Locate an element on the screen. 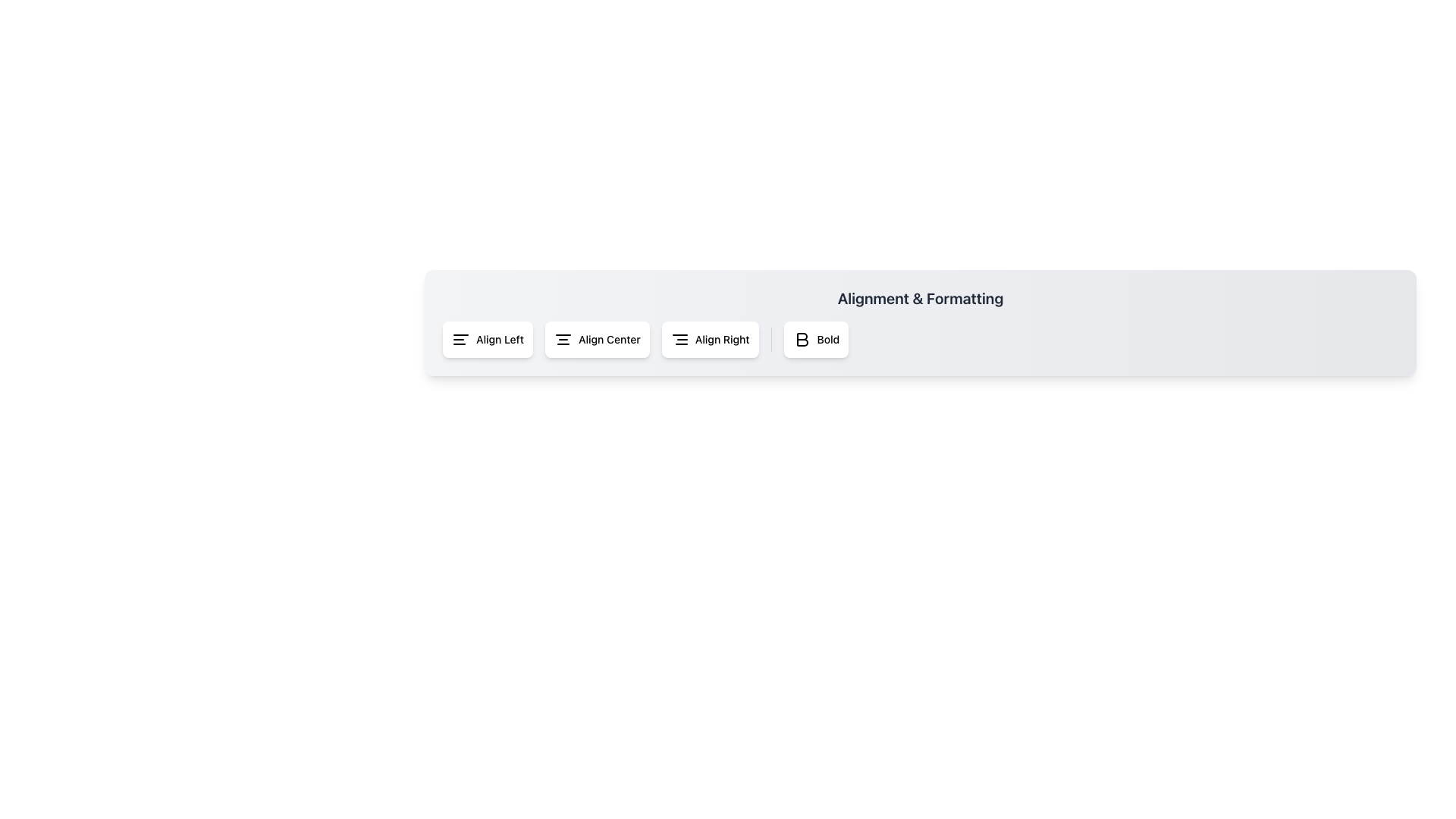  the 'Align Center' label in the text alignment toolbar, which is bold and medium-sized, located between 'Align Left' and 'Align Right' is located at coordinates (609, 338).